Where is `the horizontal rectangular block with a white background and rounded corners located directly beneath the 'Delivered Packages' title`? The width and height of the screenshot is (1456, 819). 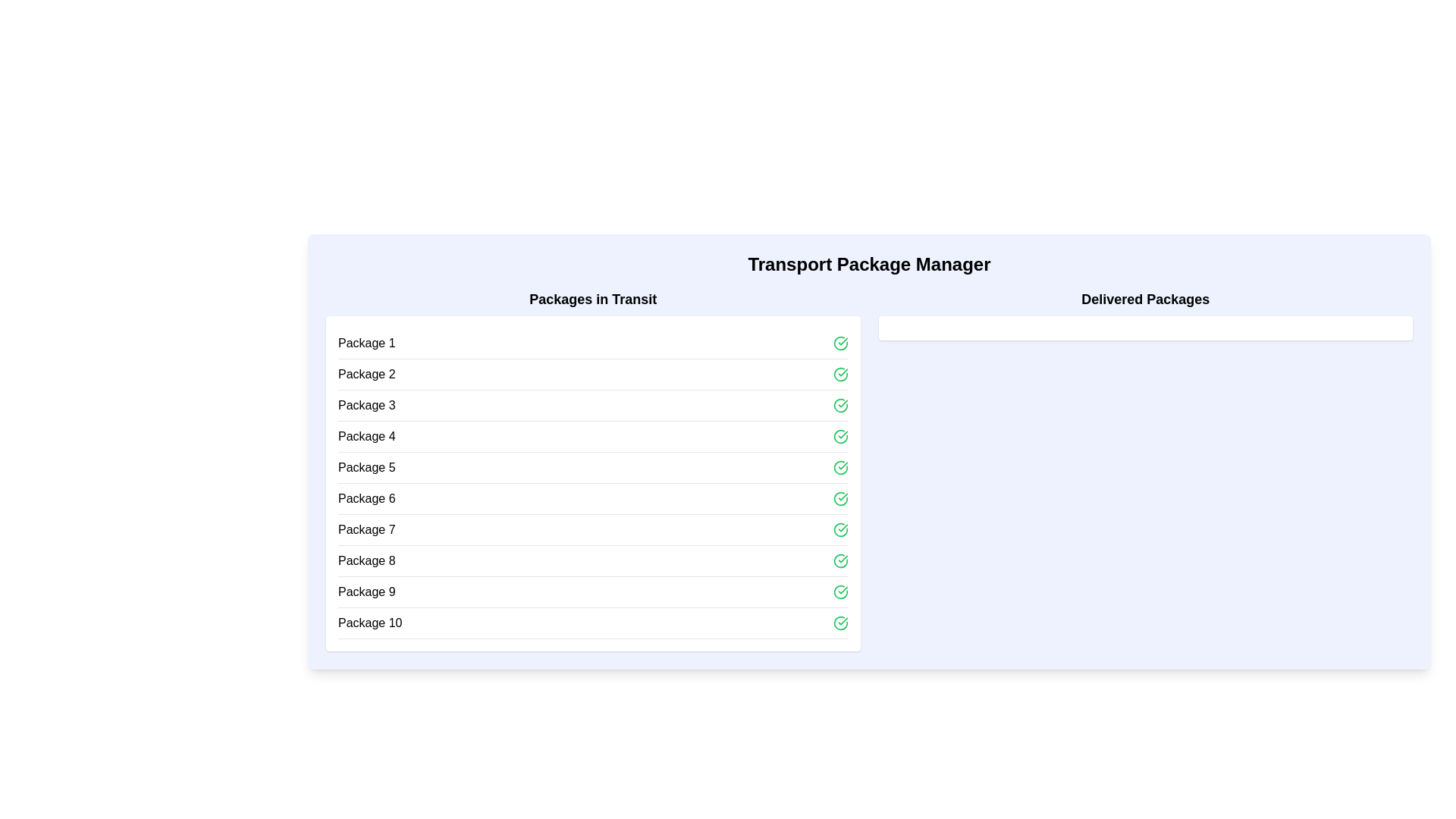 the horizontal rectangular block with a white background and rounded corners located directly beneath the 'Delivered Packages' title is located at coordinates (1145, 327).